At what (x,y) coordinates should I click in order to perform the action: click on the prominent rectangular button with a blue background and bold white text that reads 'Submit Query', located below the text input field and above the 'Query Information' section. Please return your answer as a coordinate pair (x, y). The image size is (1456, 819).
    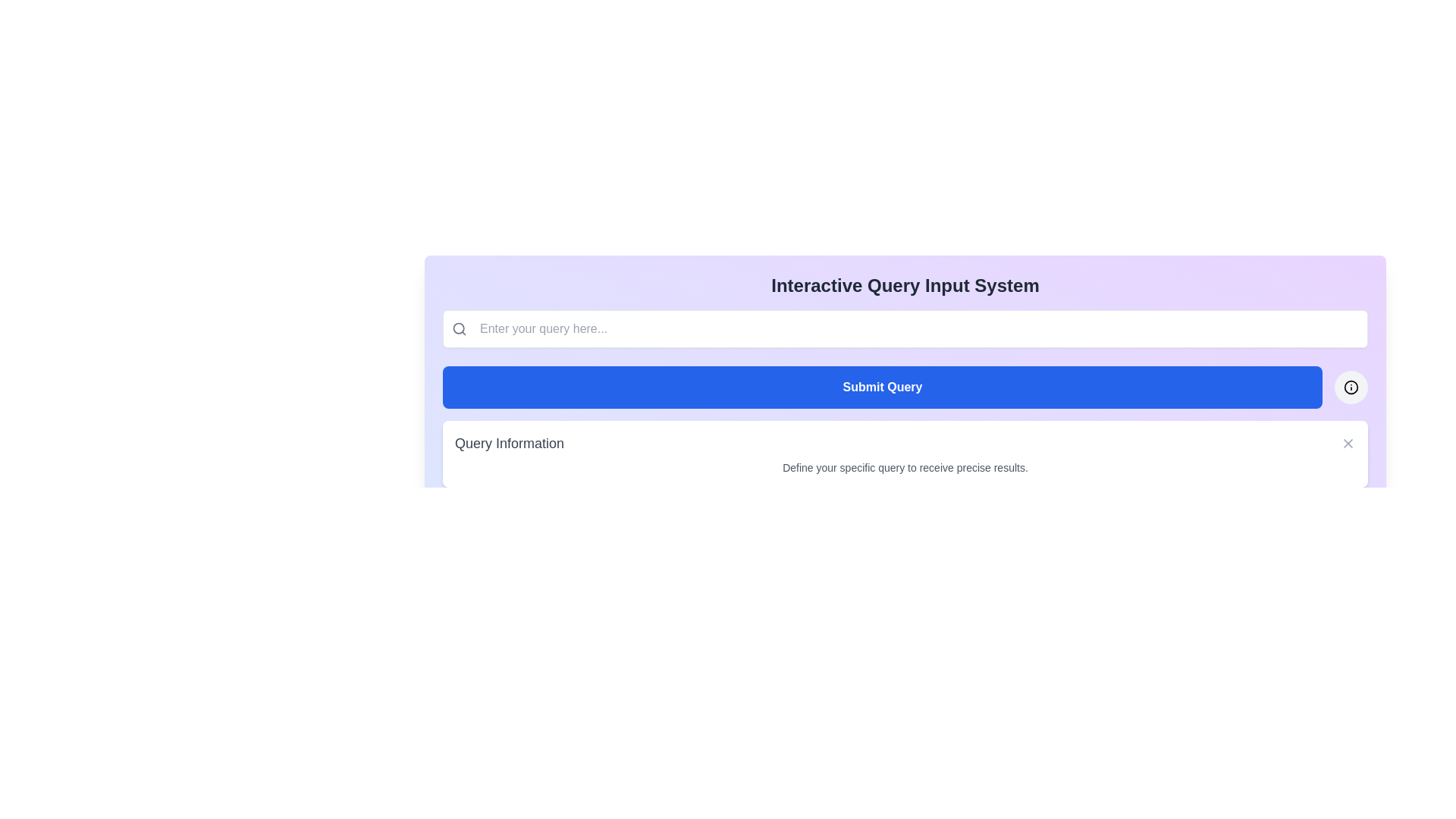
    Looking at the image, I should click on (905, 386).